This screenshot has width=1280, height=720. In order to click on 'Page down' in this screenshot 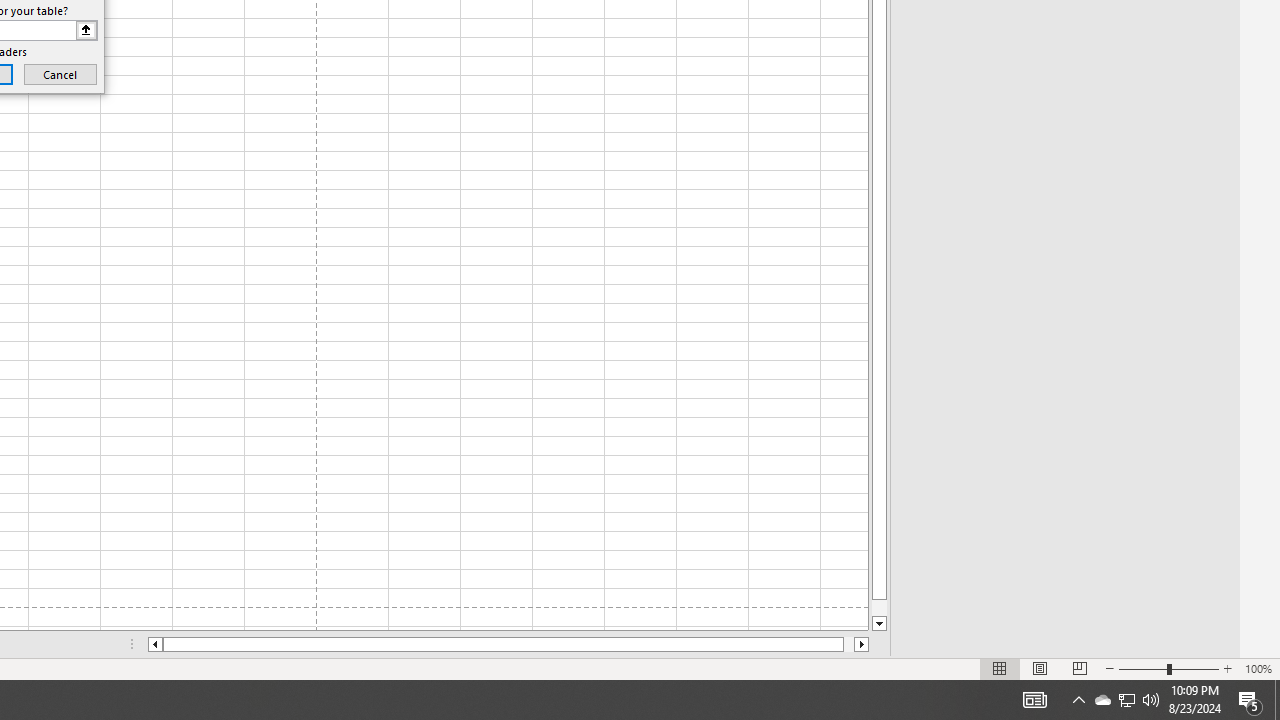, I will do `click(879, 607)`.